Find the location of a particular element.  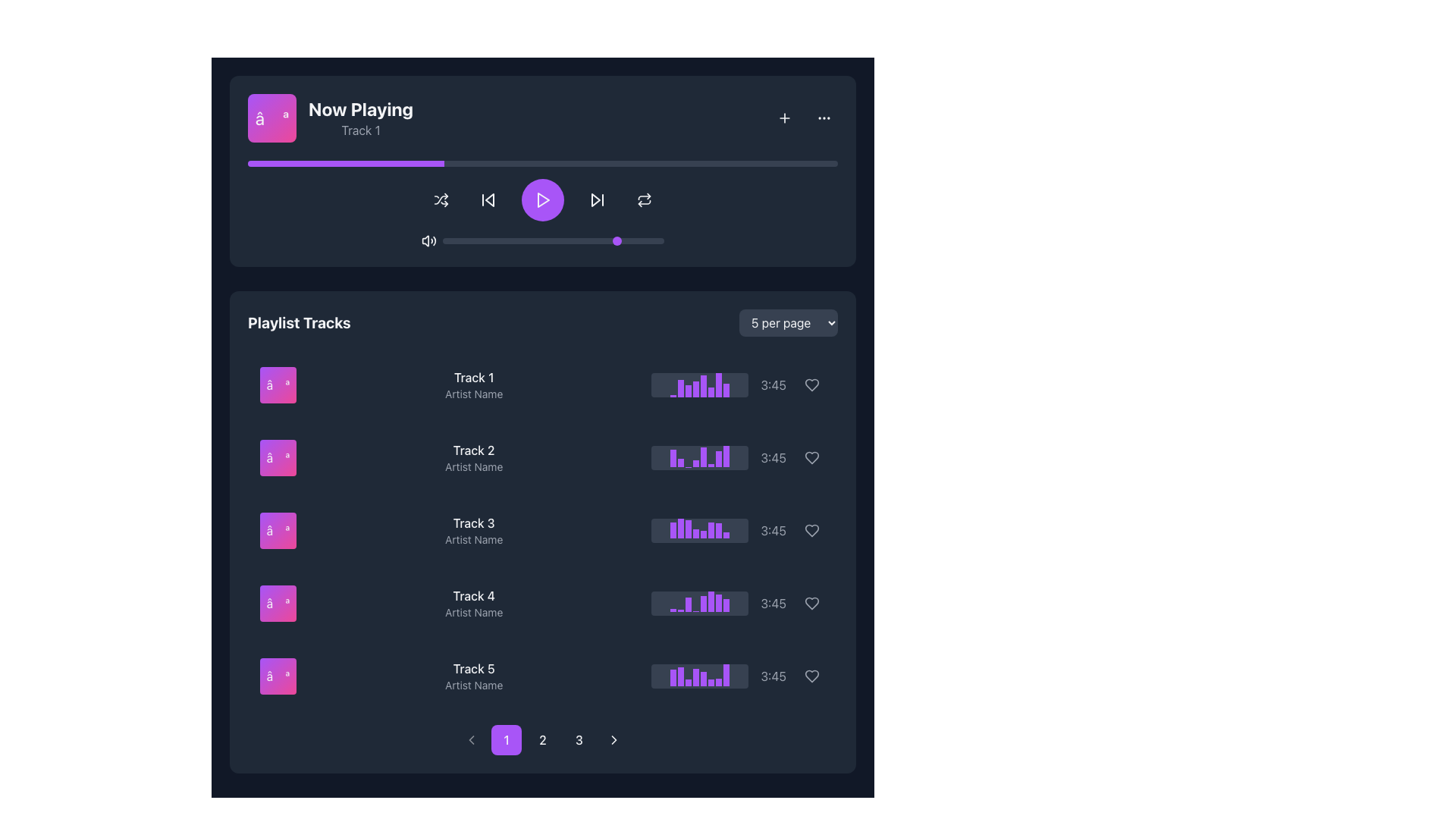

the playback control button located in the middle of the player interface to play or pause the current track is located at coordinates (542, 199).